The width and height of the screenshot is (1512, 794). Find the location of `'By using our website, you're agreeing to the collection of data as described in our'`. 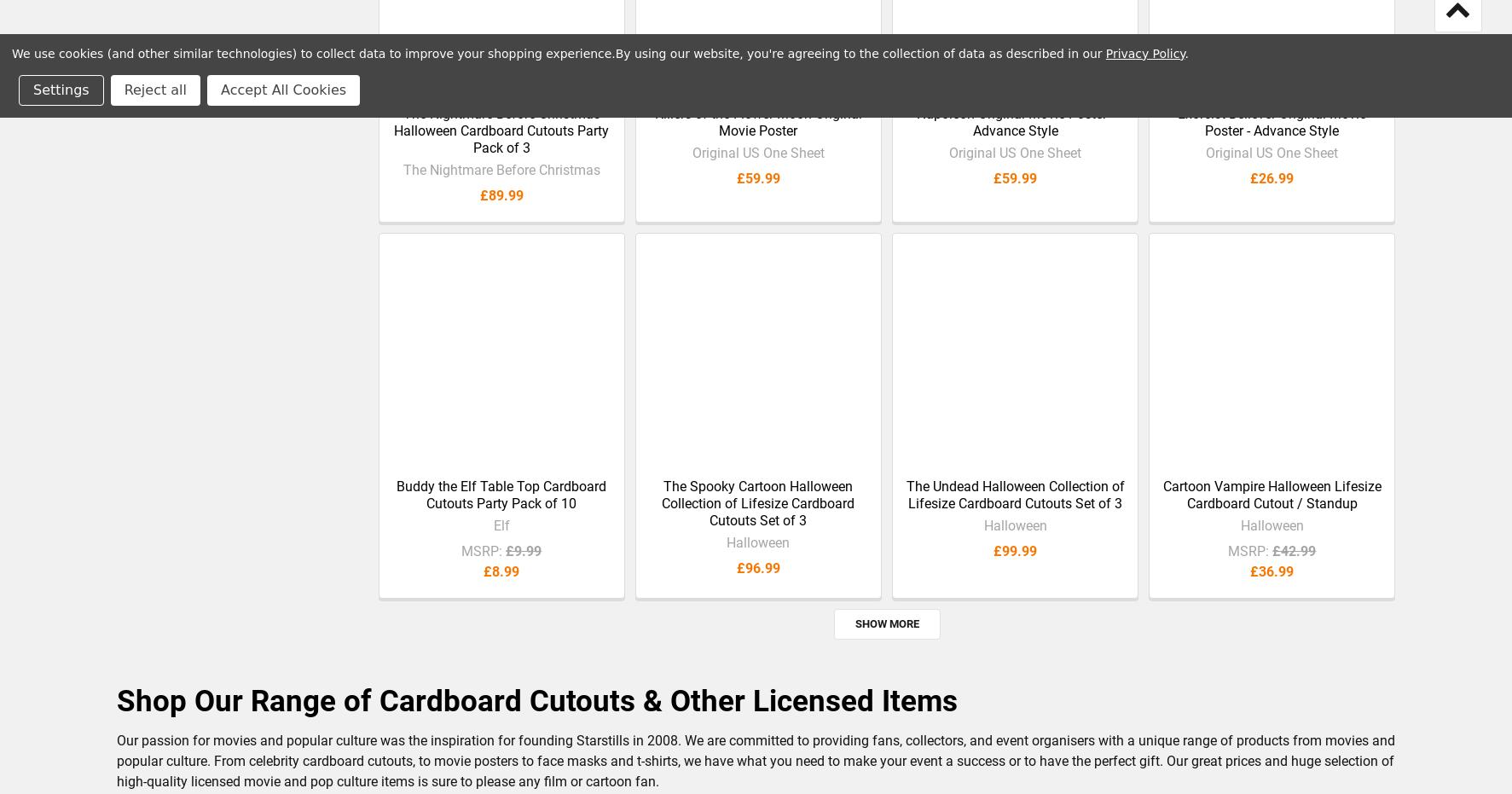

'By using our website, you're agreeing to the collection of data as described in our' is located at coordinates (859, 52).